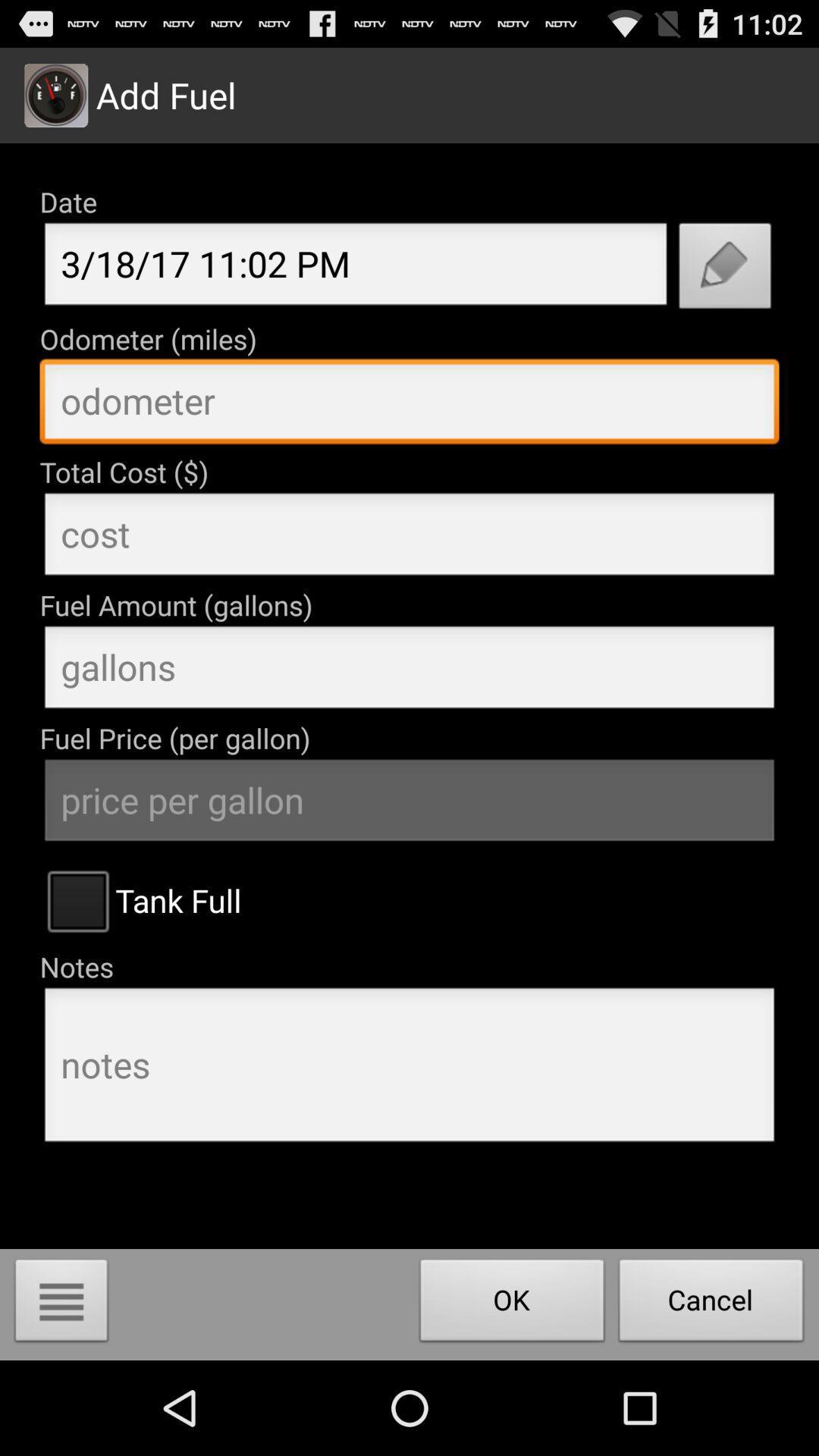 The height and width of the screenshot is (1456, 819). What do you see at coordinates (724, 289) in the screenshot?
I see `the edit icon` at bounding box center [724, 289].